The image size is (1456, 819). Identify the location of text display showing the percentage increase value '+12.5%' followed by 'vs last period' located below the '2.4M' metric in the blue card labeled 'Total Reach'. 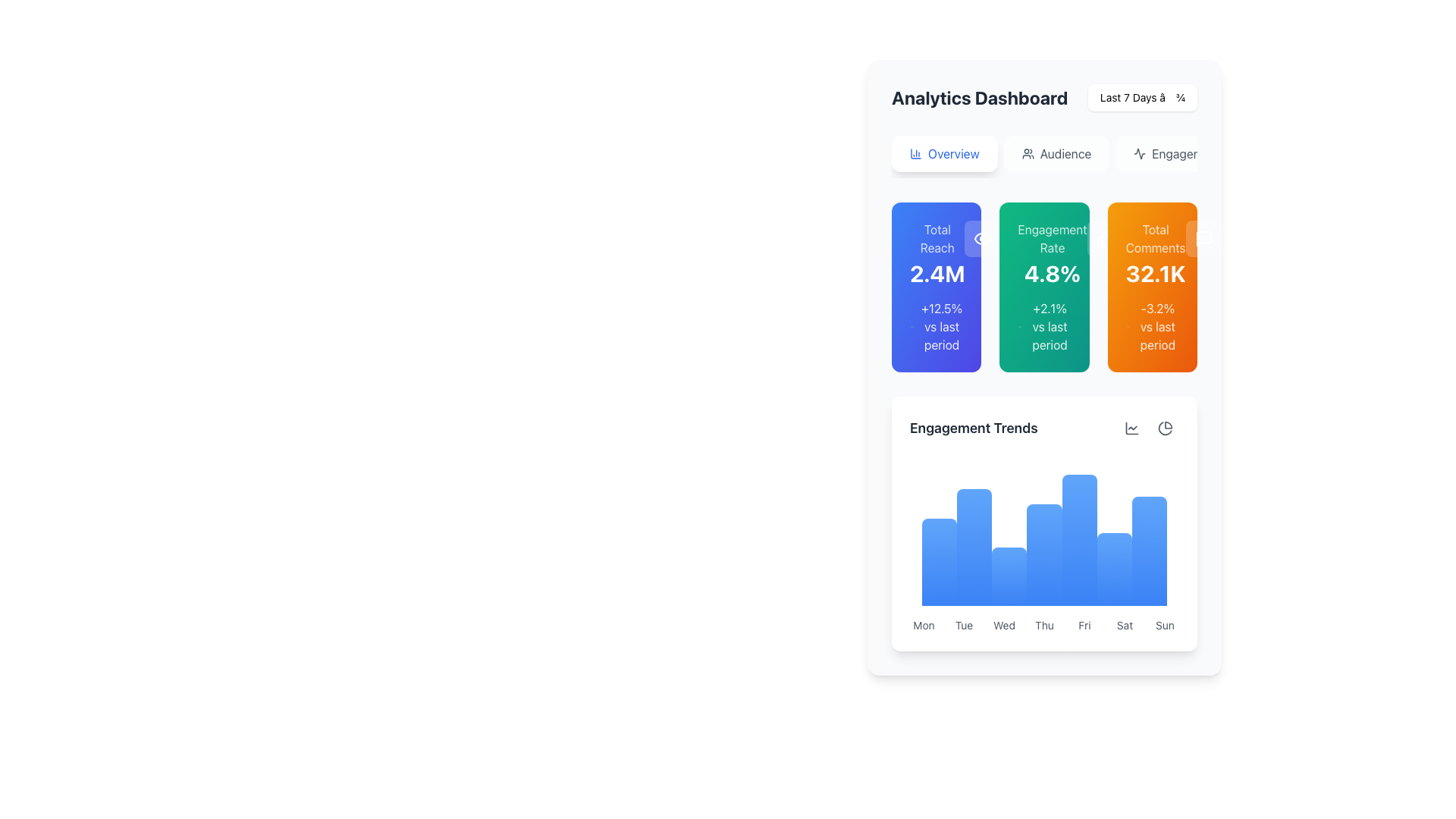
(936, 326).